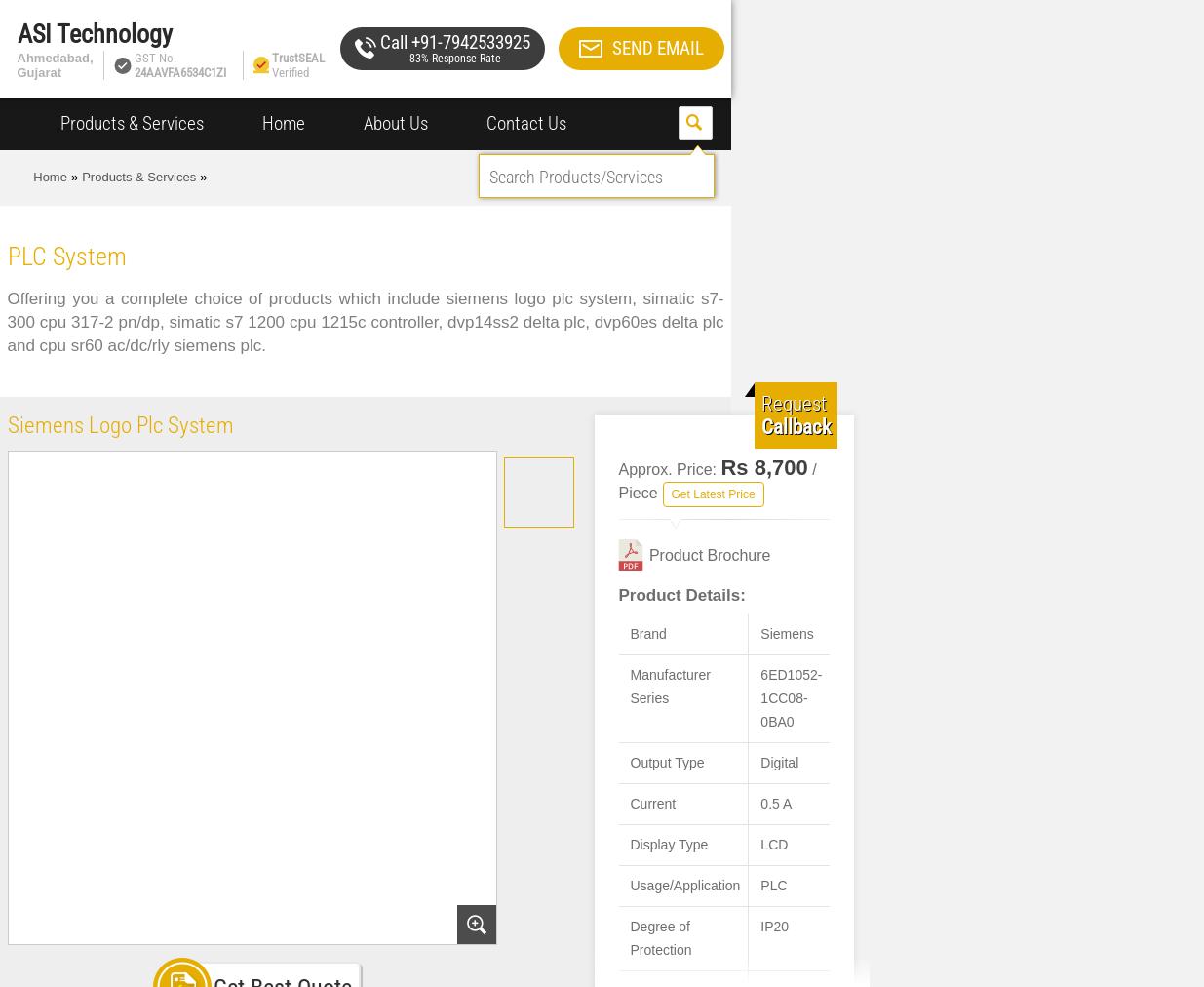 The height and width of the screenshot is (987, 1204). Describe the element at coordinates (760, 761) in the screenshot. I see `'Digital'` at that location.